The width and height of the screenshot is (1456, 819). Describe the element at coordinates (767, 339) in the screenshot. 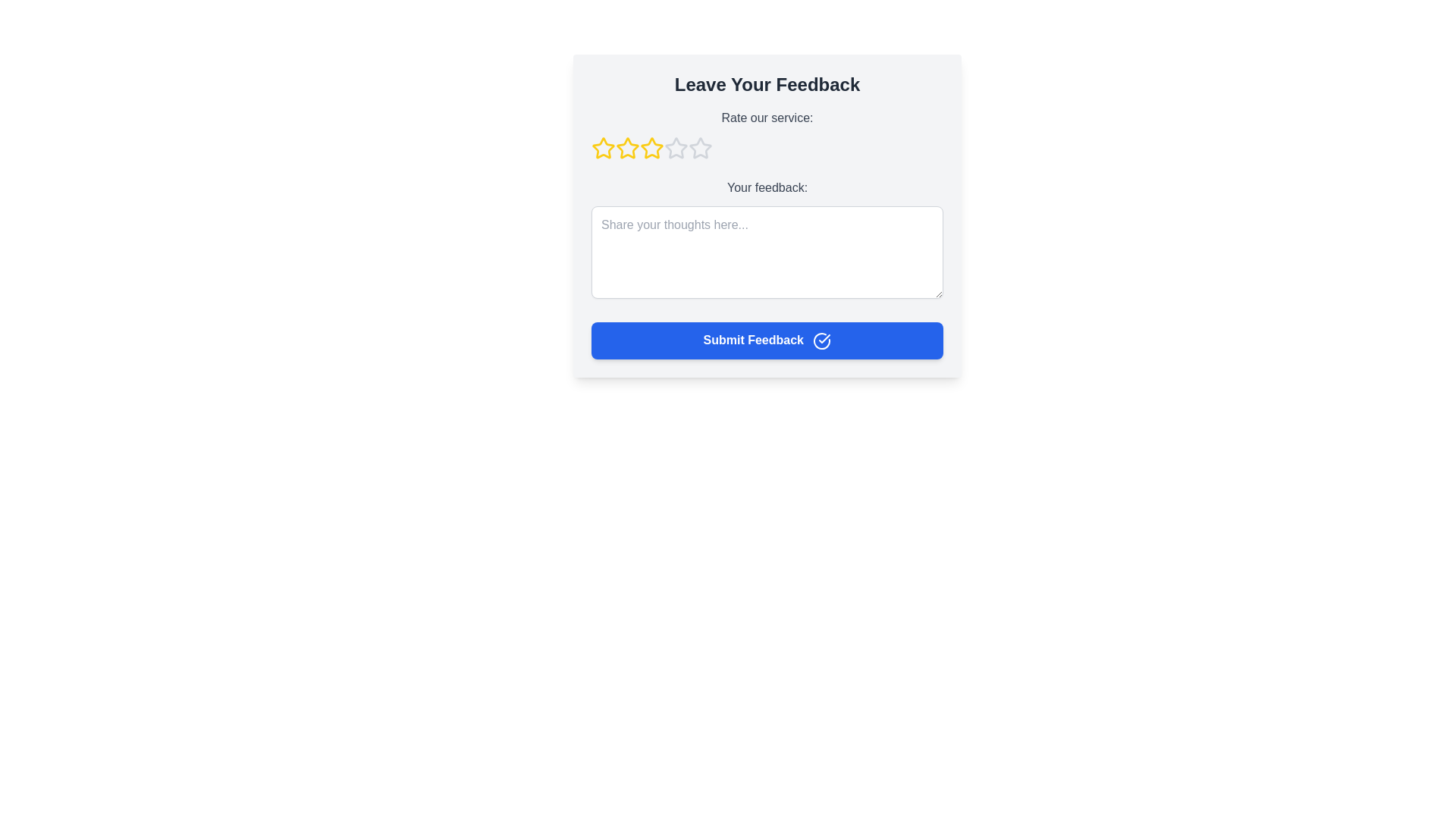

I see `the submit button located at the bottom of the feedback form` at that location.